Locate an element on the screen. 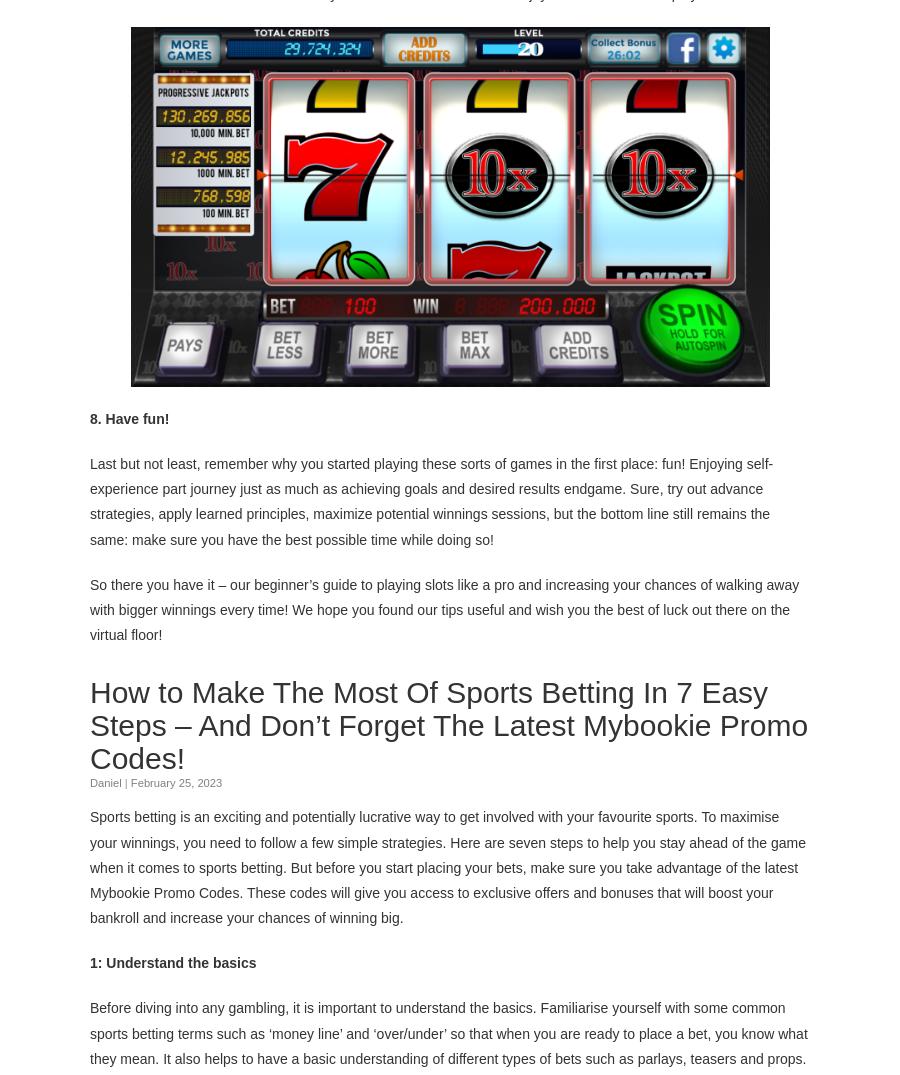 The image size is (900, 1075). 'How to Make The Most Of Sports Betting In 7 Easy Steps – And Don’t Forget The Latest Mybookie Promo Codes!' is located at coordinates (449, 724).